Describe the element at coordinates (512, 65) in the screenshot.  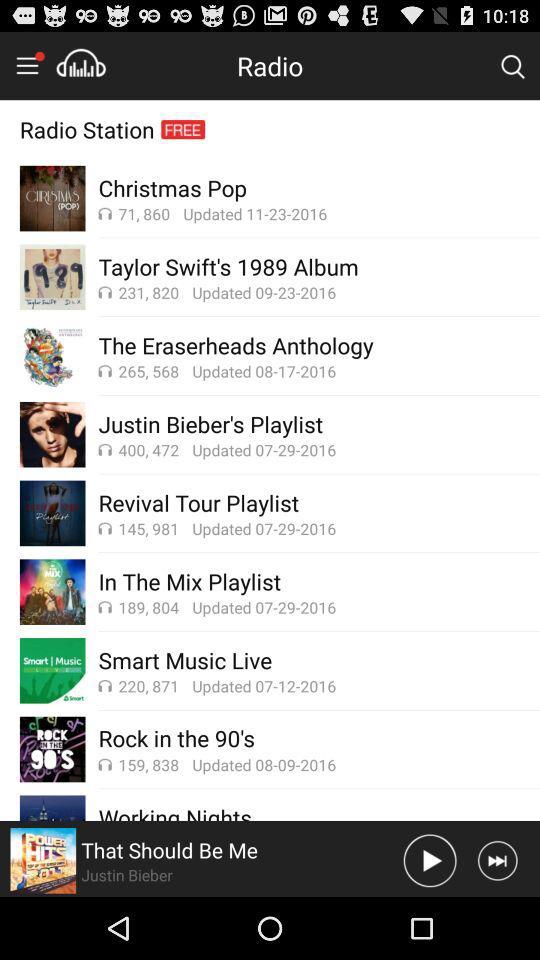
I see `search` at that location.